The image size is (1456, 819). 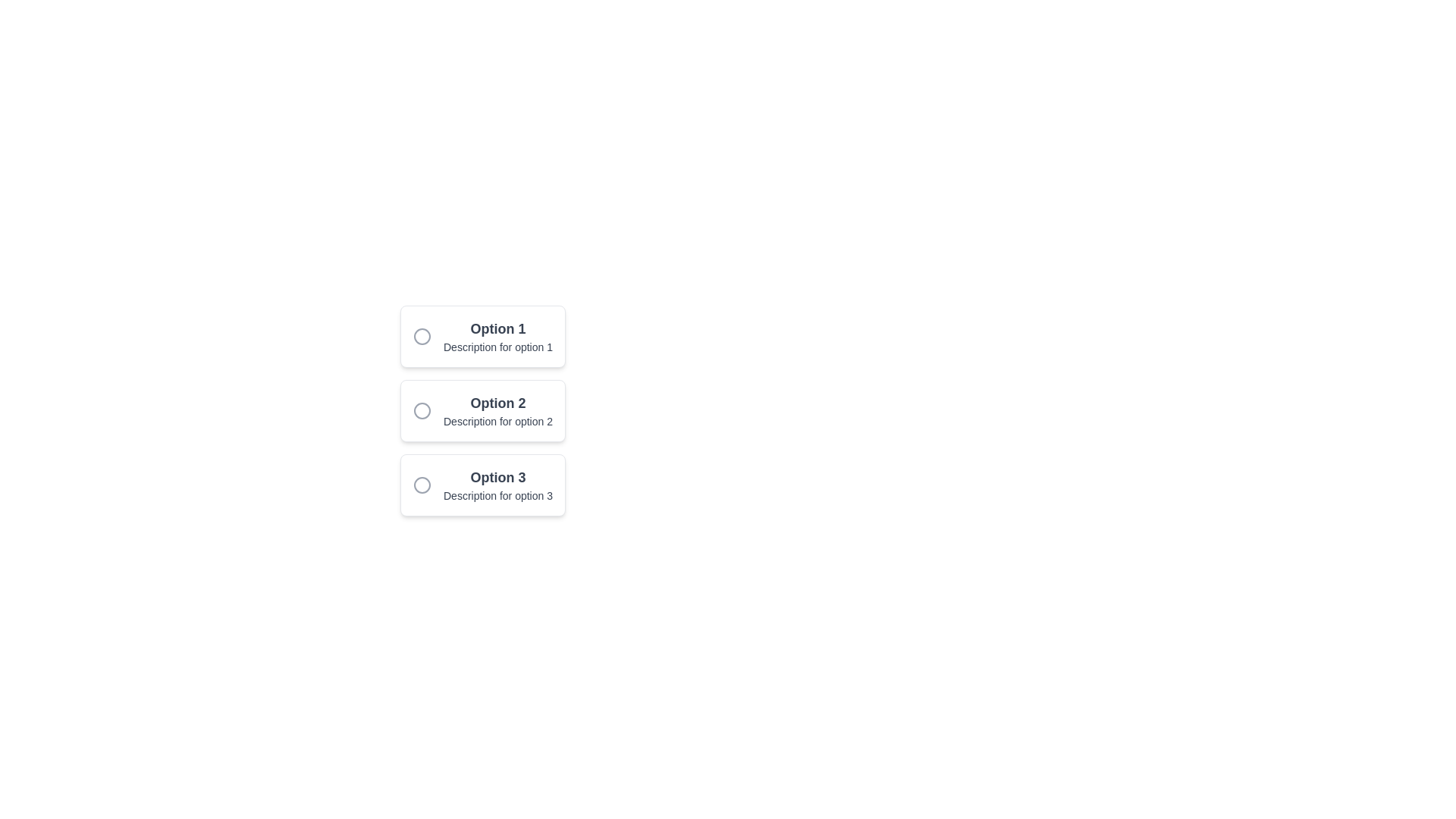 What do you see at coordinates (498, 496) in the screenshot?
I see `the text label displaying 'Description for option 3', which is located directly below 'Option 3' in the third group of a multi-option layout` at bounding box center [498, 496].